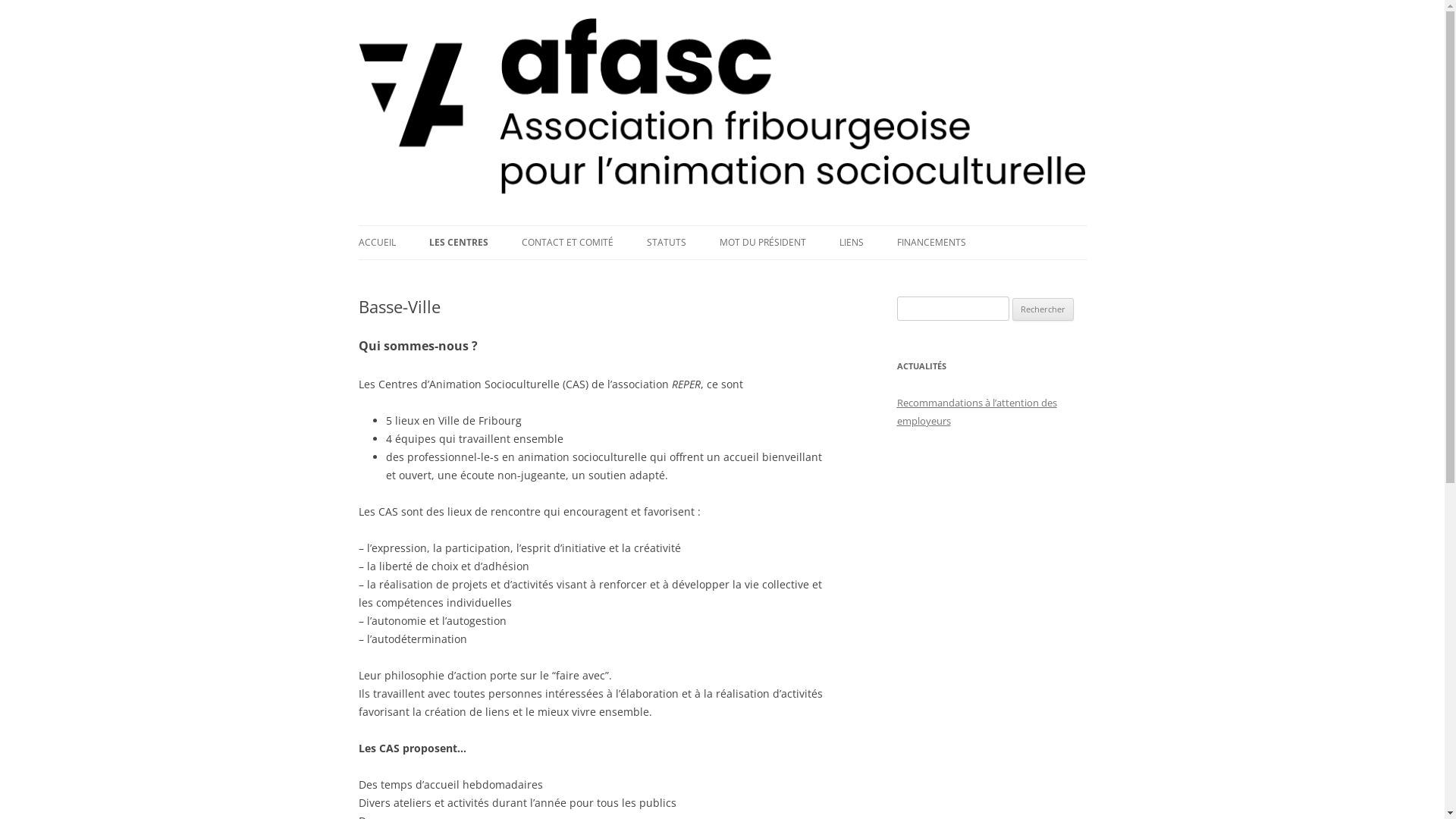 This screenshot has height=819, width=1456. What do you see at coordinates (645, 242) in the screenshot?
I see `'STATUTS'` at bounding box center [645, 242].